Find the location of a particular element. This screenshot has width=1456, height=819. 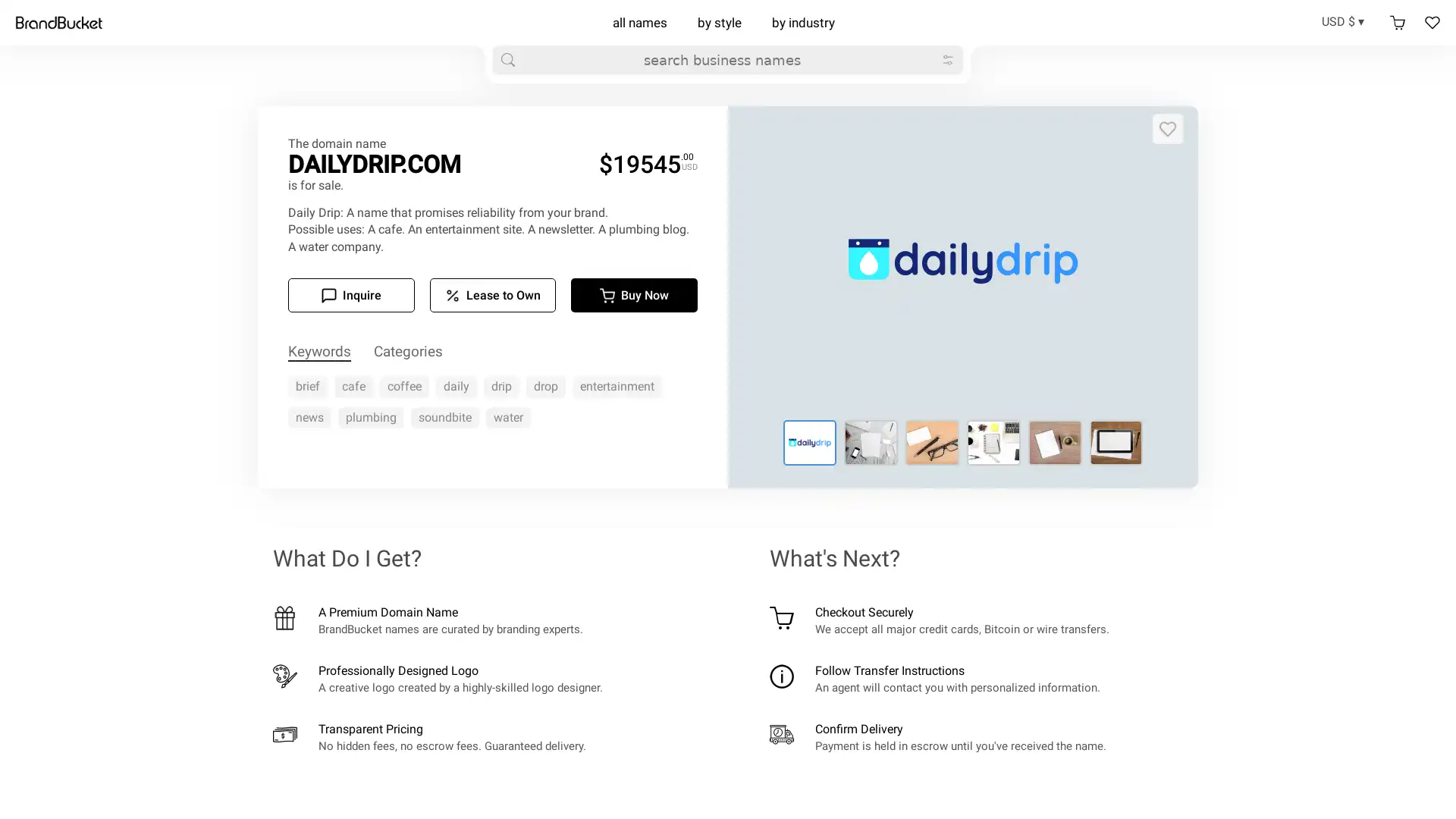

Logo for dailydrip.com is located at coordinates (871, 442).